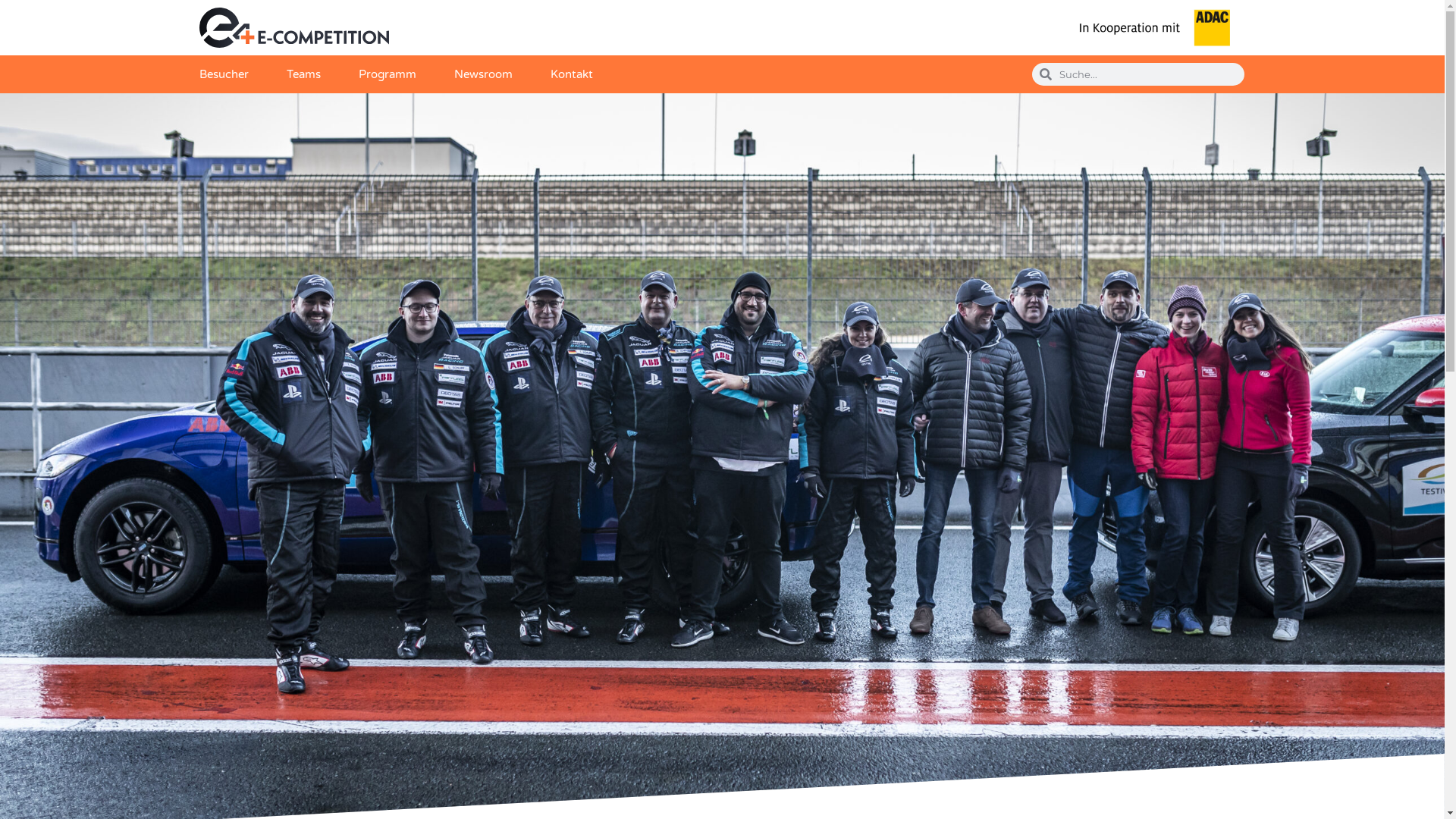  Describe the element at coordinates (386, 74) in the screenshot. I see `'Programm'` at that location.